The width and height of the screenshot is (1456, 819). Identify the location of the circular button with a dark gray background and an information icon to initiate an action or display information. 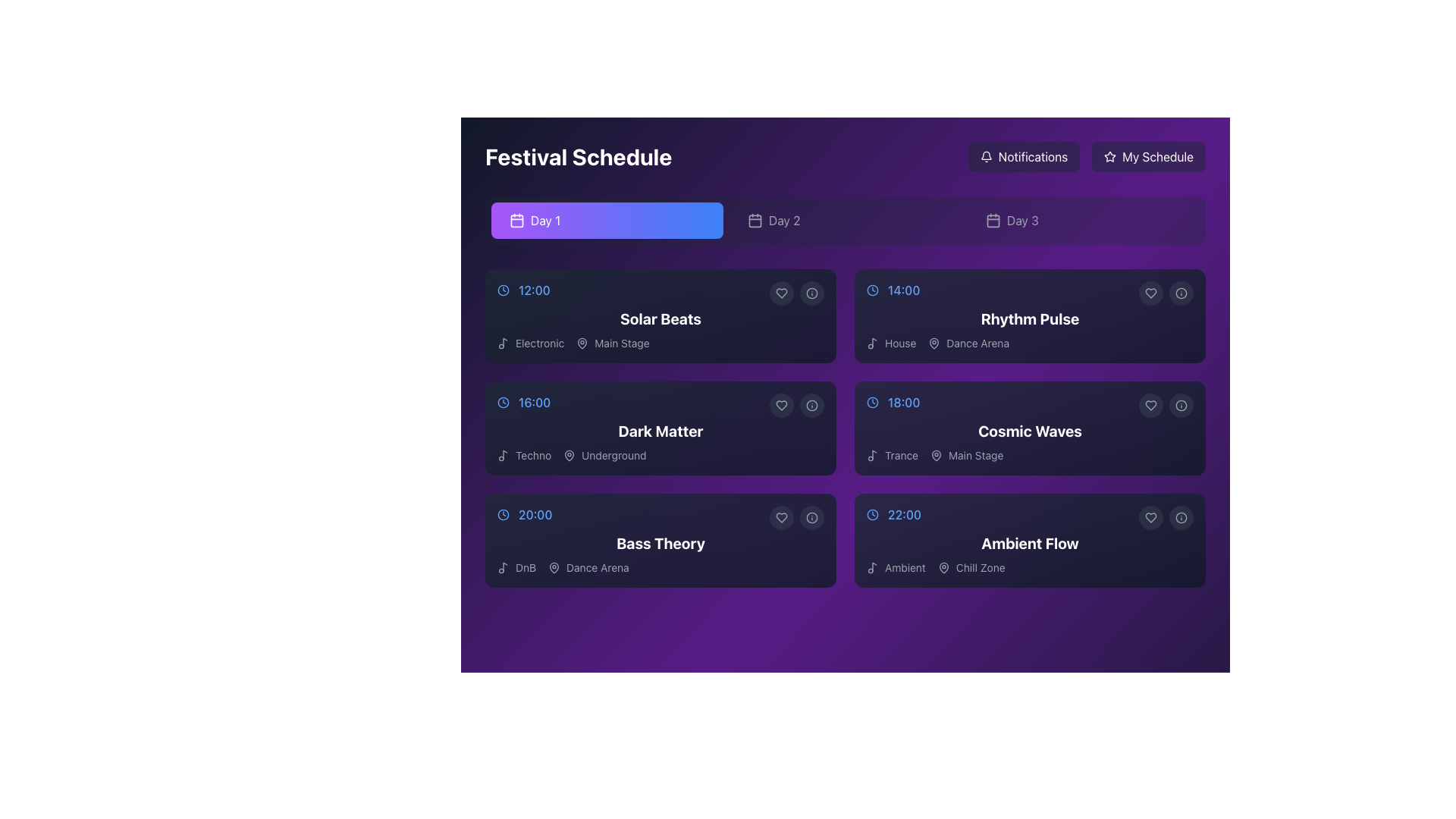
(811, 516).